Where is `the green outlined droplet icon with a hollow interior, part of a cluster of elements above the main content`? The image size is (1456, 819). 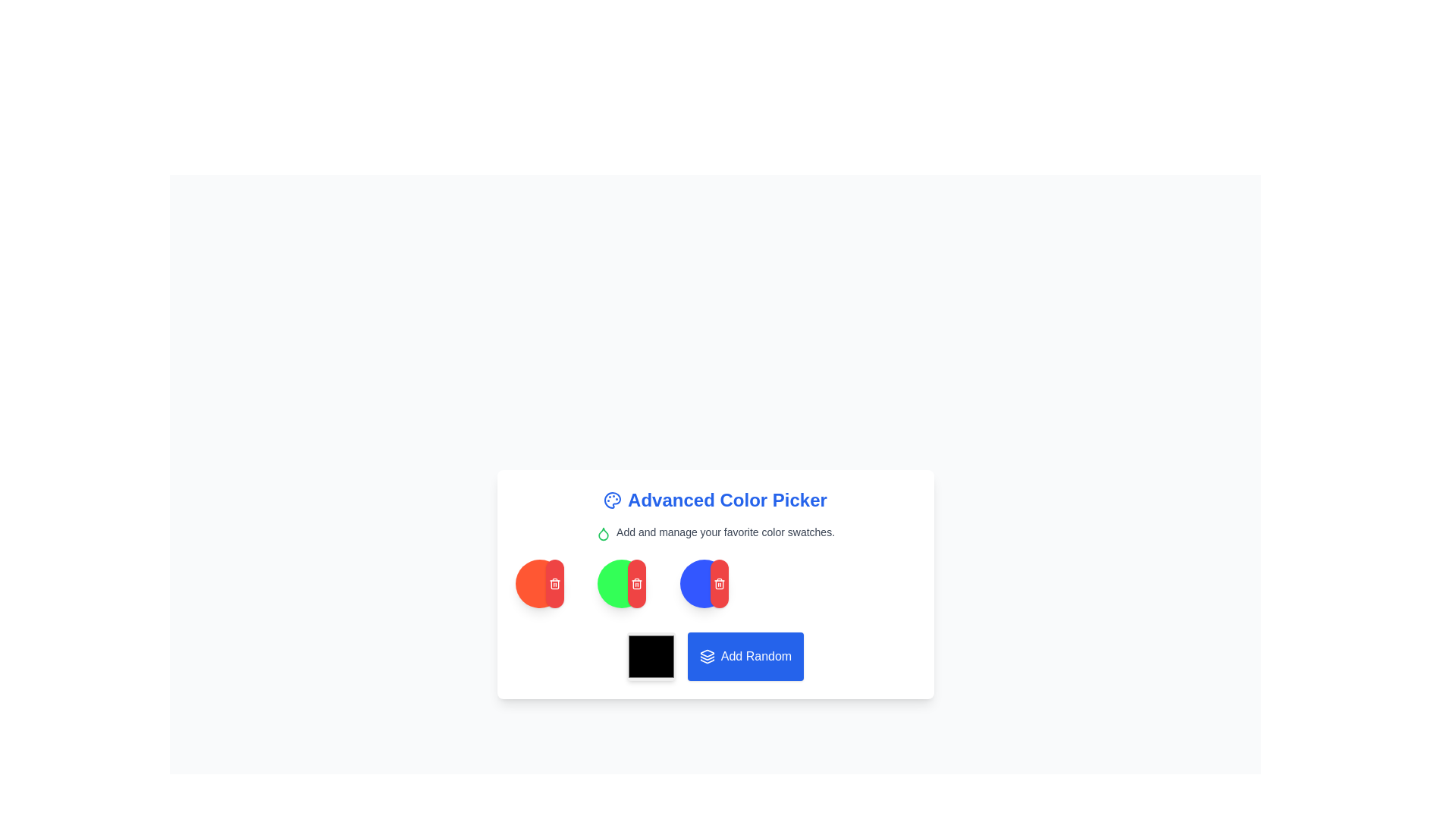
the green outlined droplet icon with a hollow interior, part of a cluster of elements above the main content is located at coordinates (603, 533).